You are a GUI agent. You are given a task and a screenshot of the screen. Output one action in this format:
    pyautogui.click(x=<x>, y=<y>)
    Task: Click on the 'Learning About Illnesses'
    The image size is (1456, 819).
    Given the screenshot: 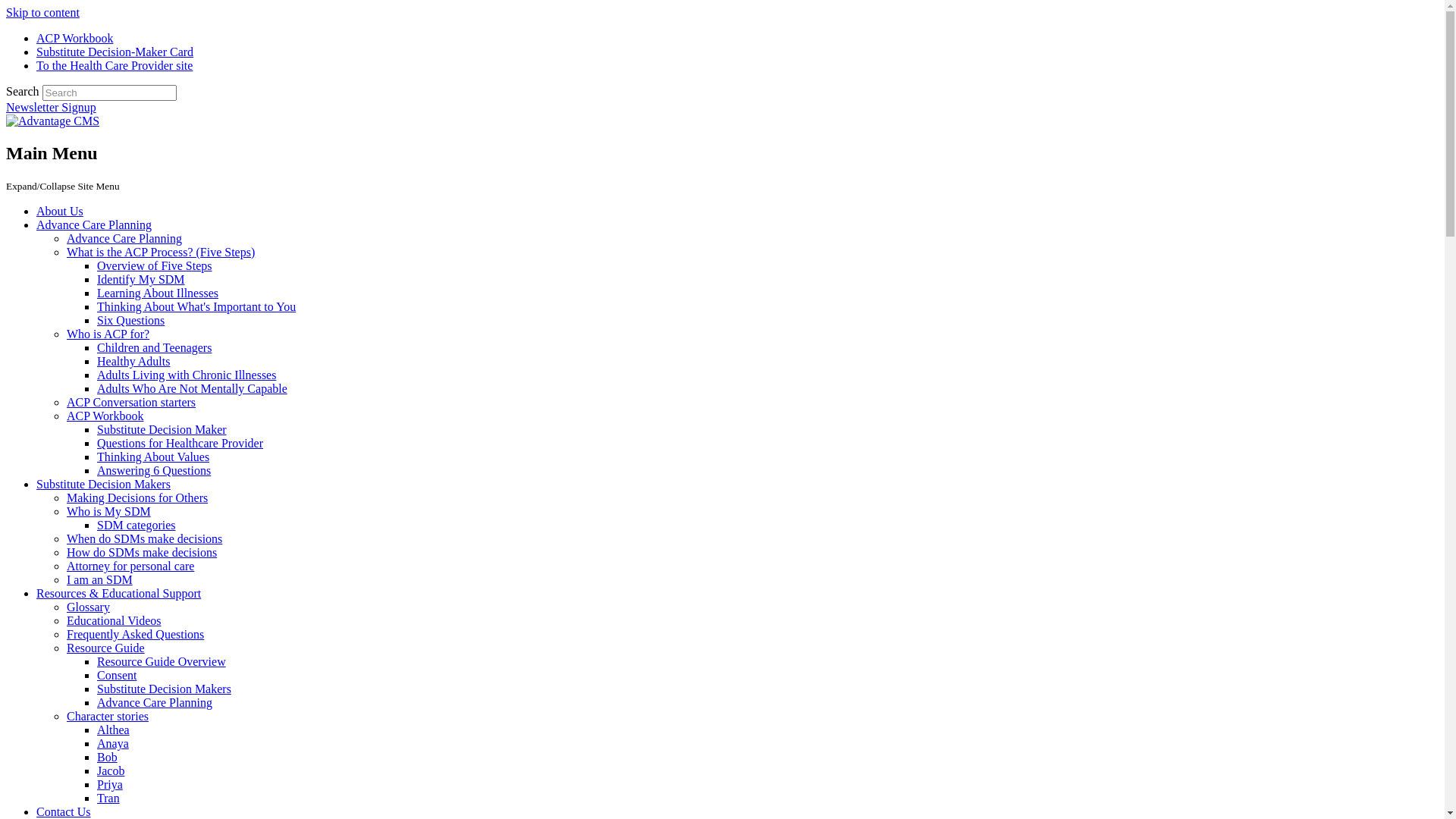 What is the action you would take?
    pyautogui.click(x=157, y=293)
    